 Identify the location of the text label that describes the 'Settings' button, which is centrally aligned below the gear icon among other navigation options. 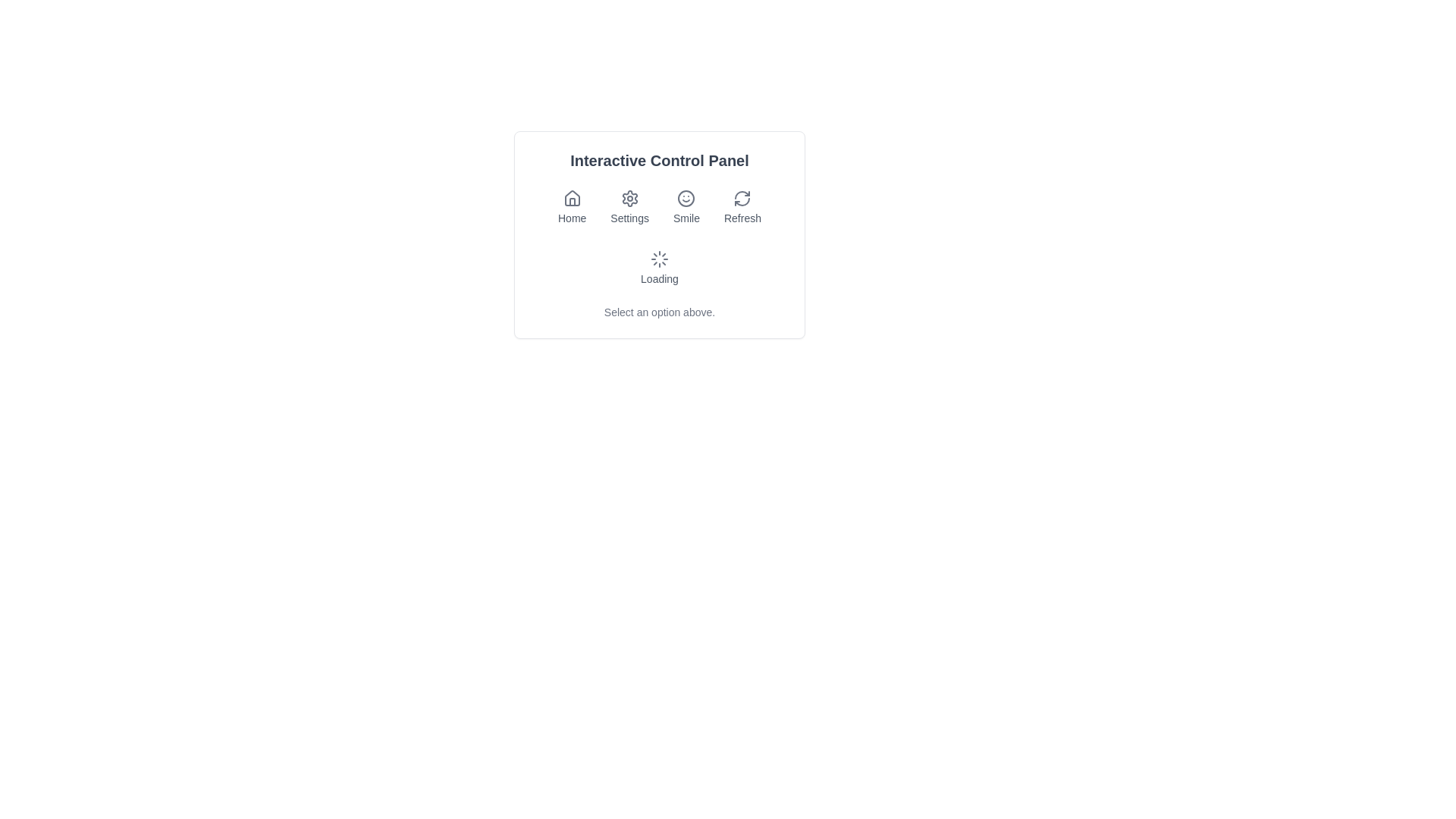
(629, 218).